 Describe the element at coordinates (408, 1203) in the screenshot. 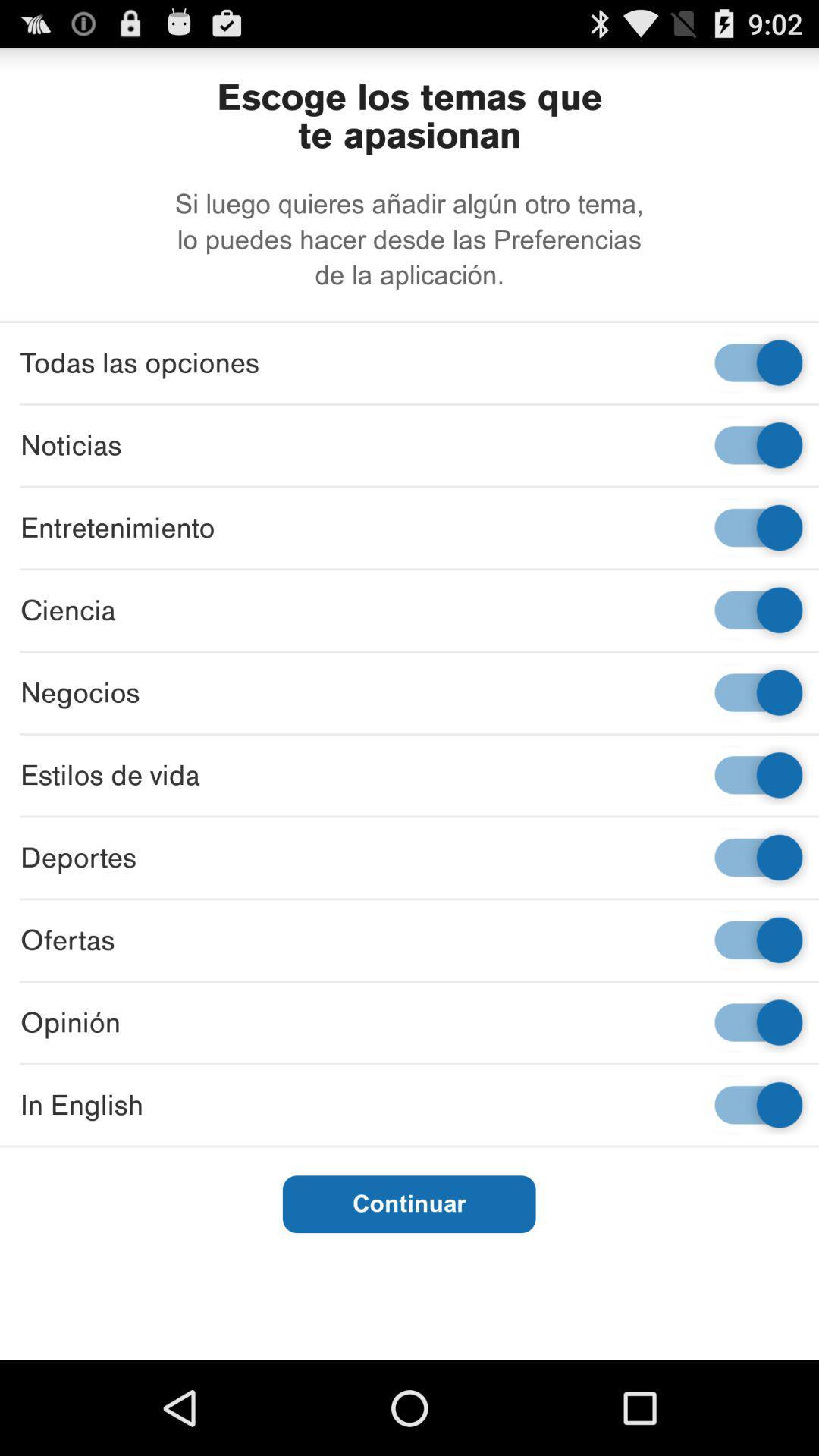

I see `the continuar icon` at that location.